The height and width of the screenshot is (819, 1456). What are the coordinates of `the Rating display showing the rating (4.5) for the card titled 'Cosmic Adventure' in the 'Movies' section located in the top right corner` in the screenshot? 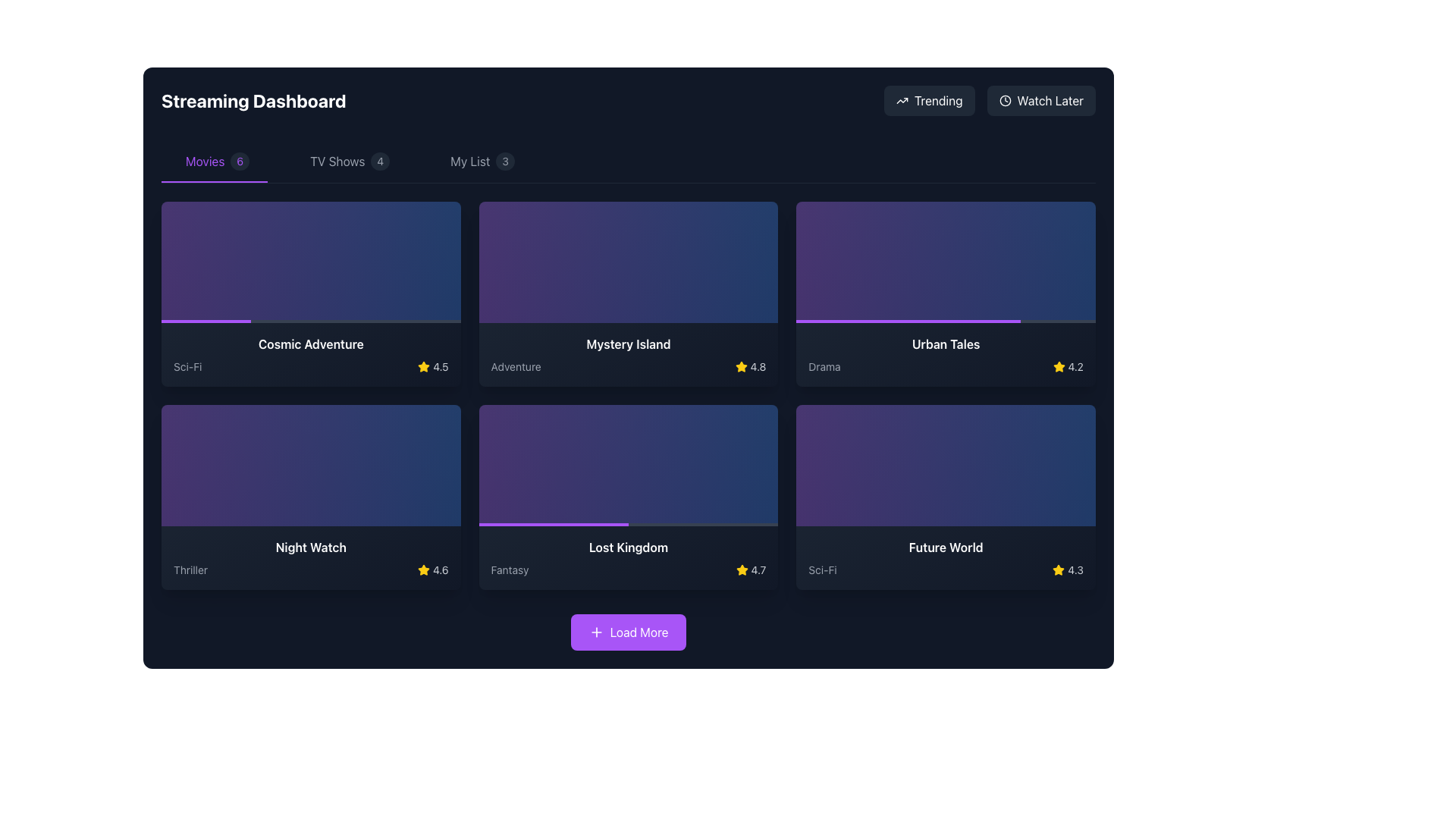 It's located at (432, 366).